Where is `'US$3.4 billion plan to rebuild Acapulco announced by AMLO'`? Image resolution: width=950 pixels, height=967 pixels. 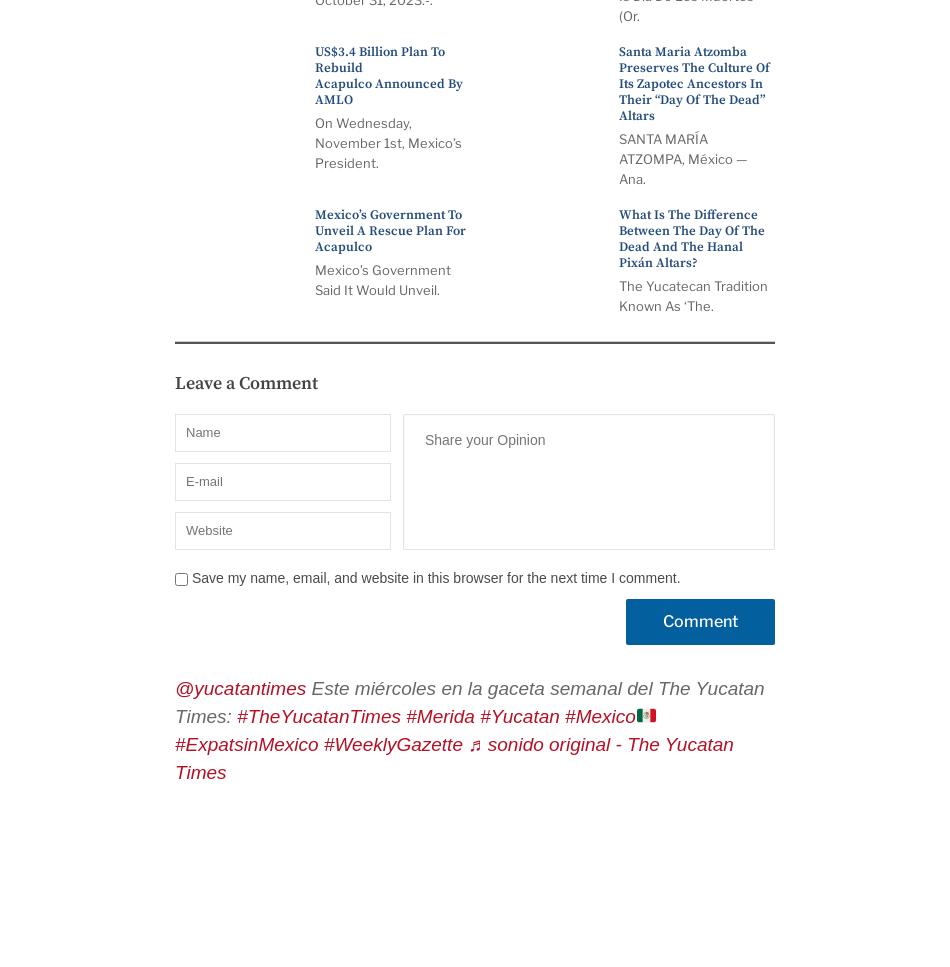
'US$3.4 billion plan to rebuild Acapulco announced by AMLO' is located at coordinates (388, 76).